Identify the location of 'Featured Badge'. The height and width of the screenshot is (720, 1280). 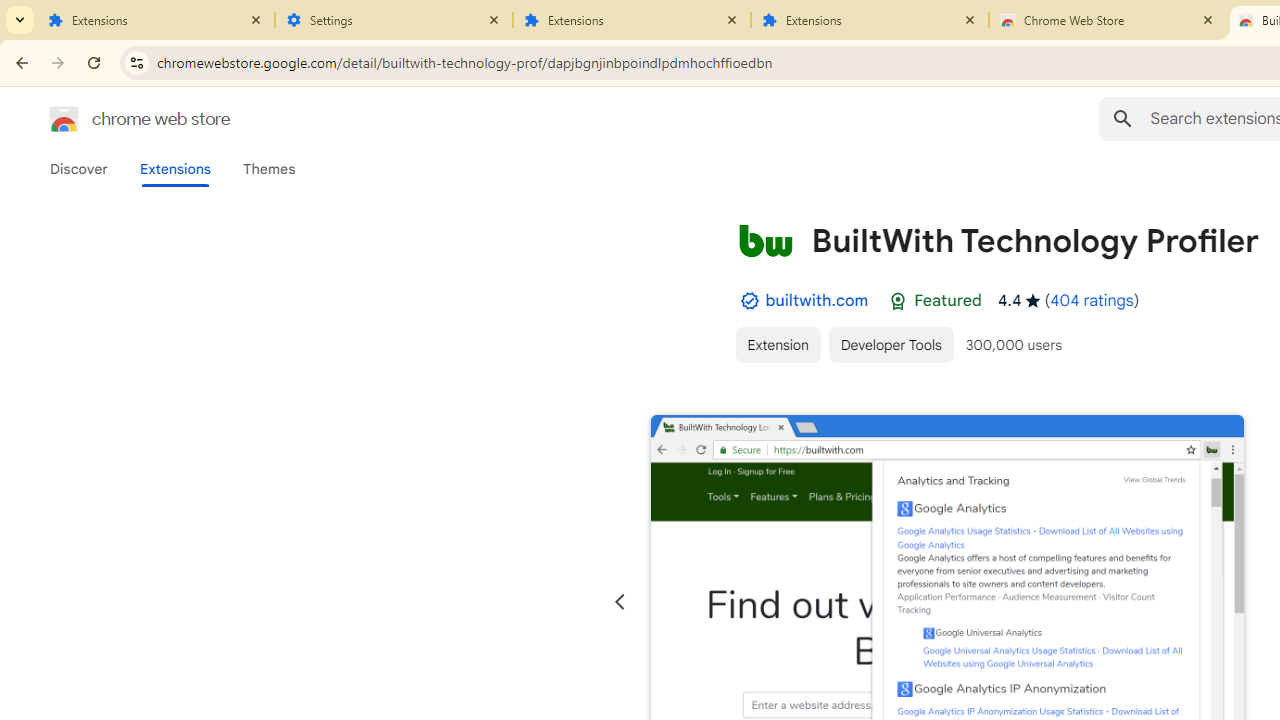
(897, 301).